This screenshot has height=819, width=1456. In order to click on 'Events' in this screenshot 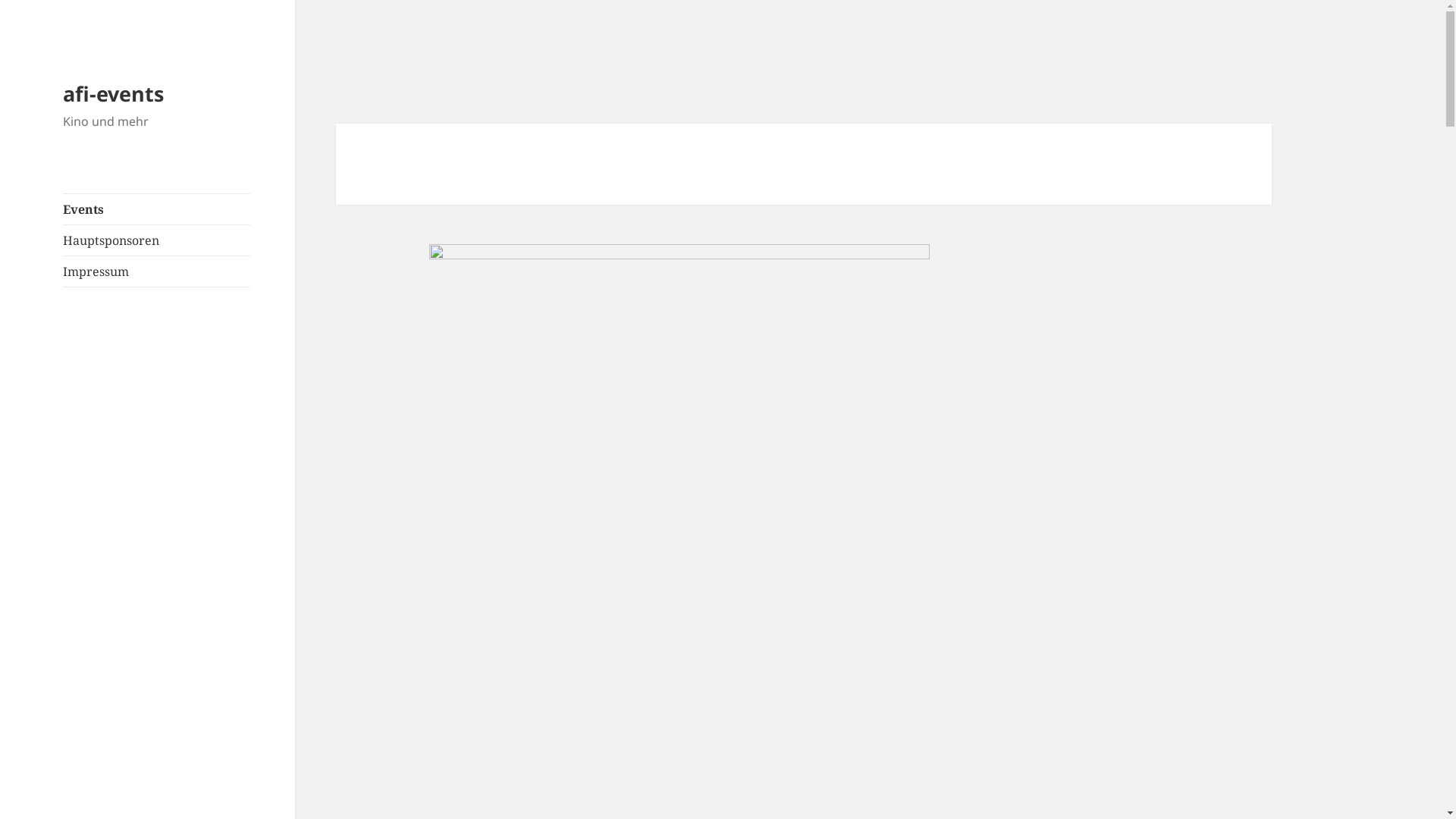, I will do `click(156, 209)`.